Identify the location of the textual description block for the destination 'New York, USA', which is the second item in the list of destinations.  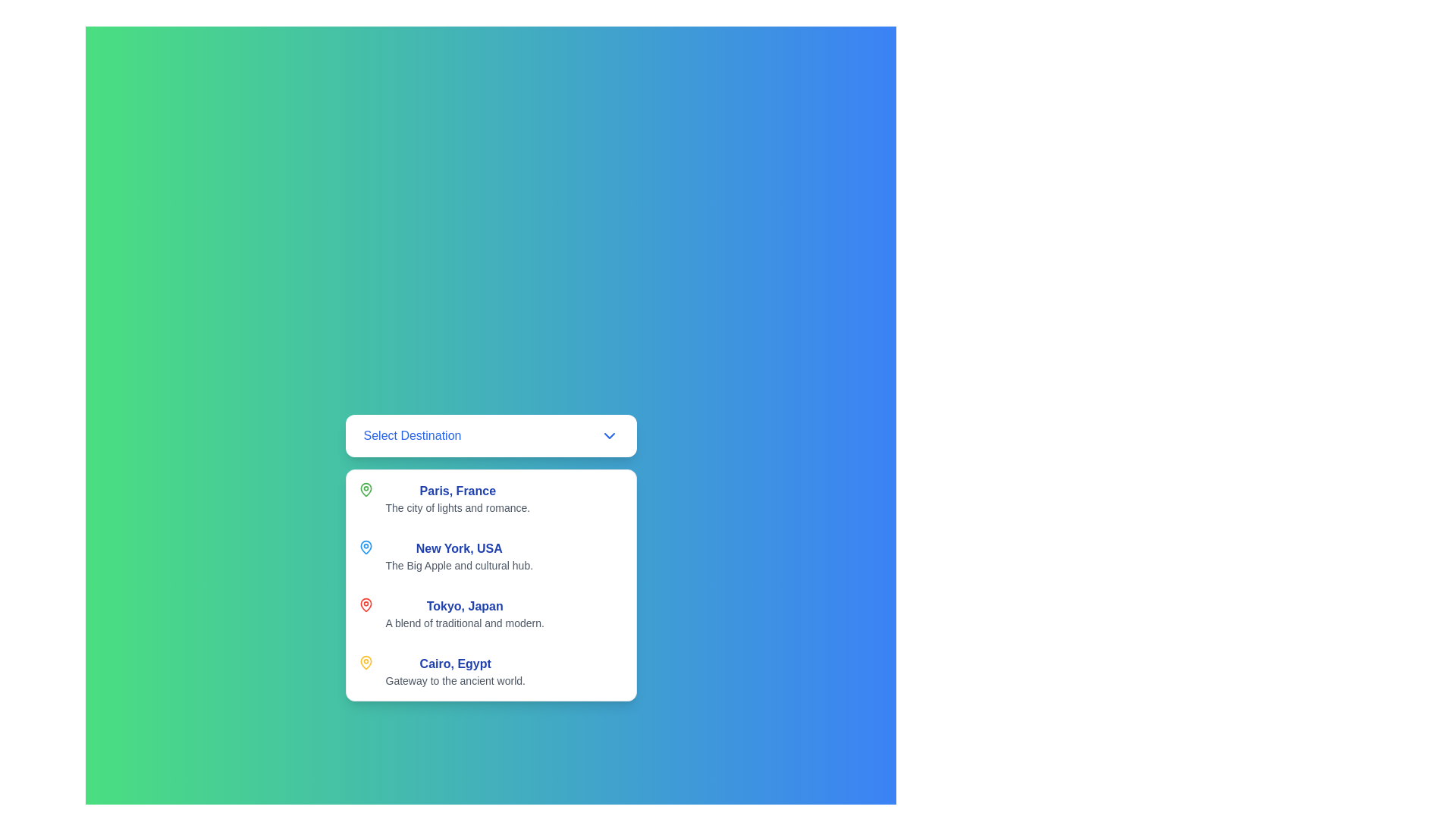
(458, 556).